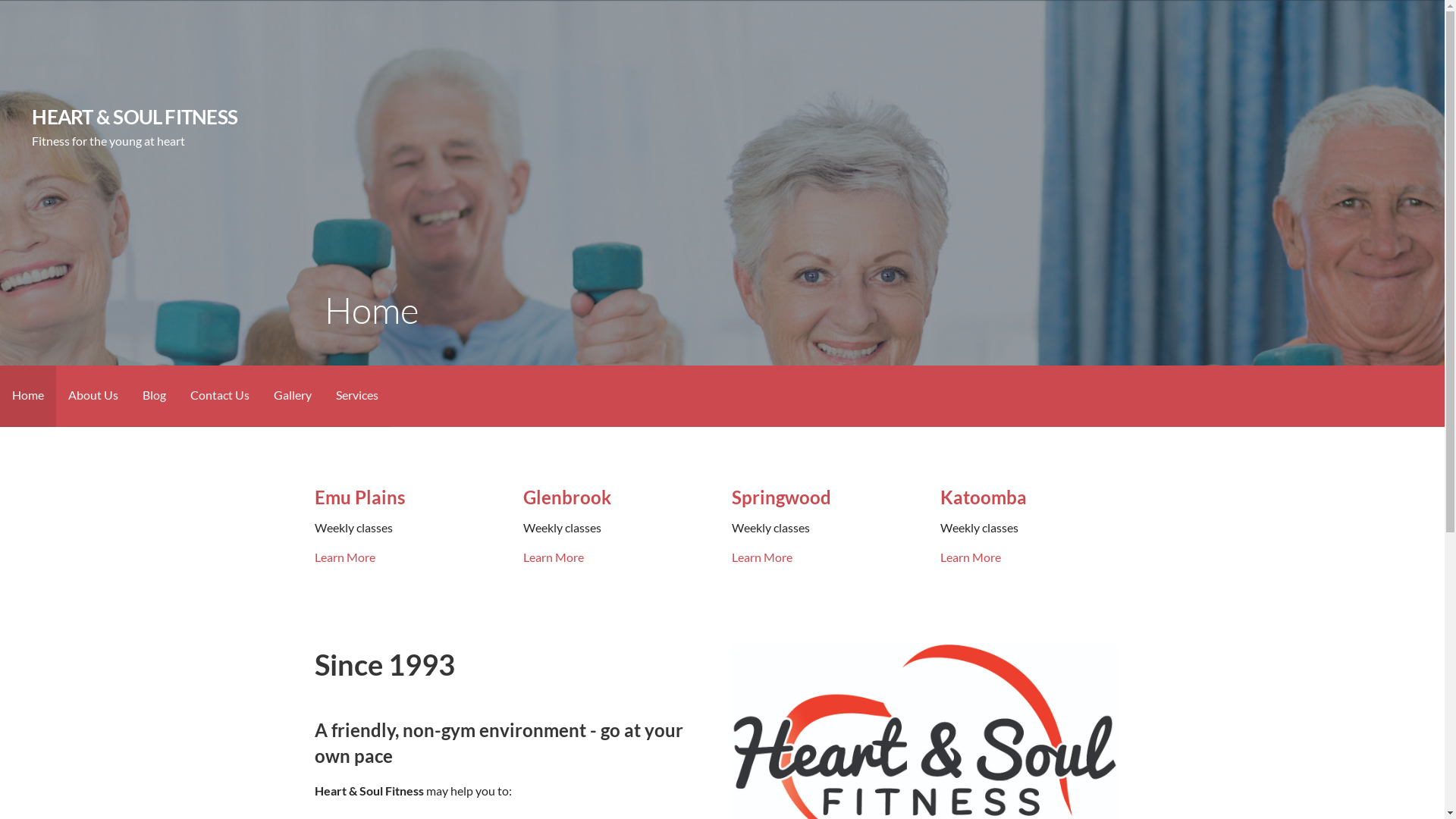 This screenshot has height=819, width=1456. What do you see at coordinates (781, 497) in the screenshot?
I see `'Springwood'` at bounding box center [781, 497].